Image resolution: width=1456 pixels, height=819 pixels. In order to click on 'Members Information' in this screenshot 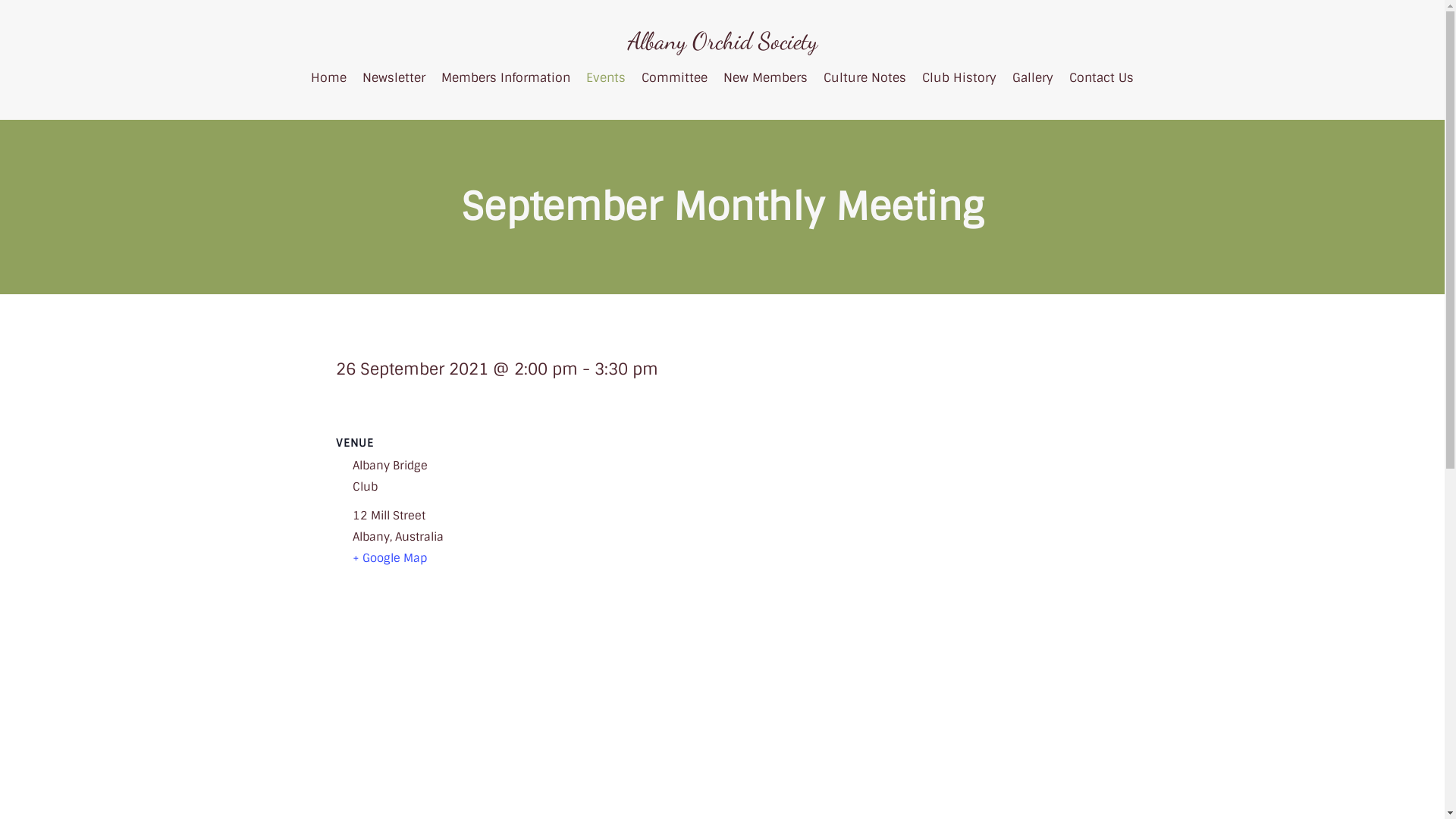, I will do `click(432, 76)`.